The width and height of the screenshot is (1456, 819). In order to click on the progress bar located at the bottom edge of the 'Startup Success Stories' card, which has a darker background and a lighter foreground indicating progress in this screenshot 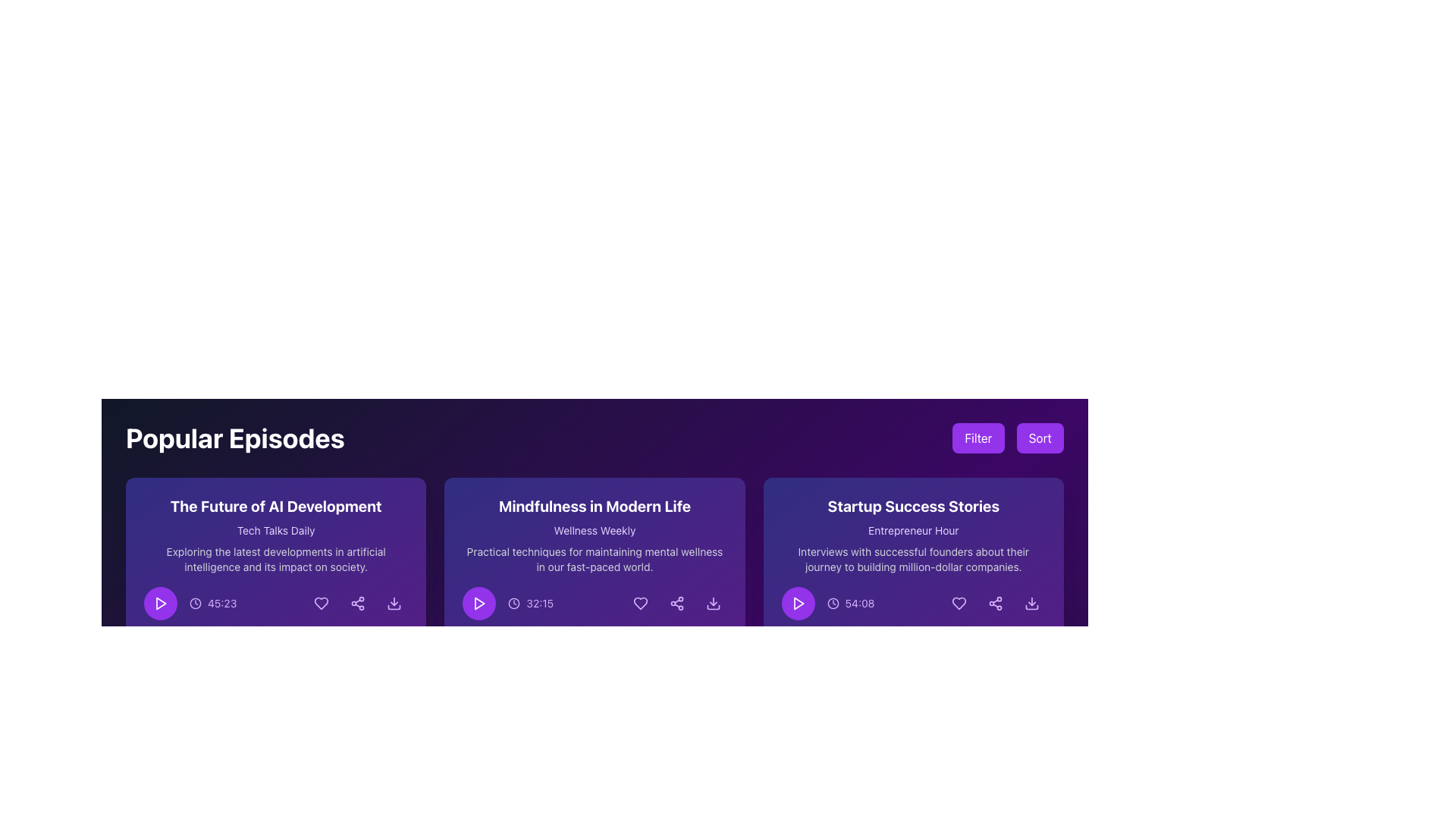, I will do `click(912, 635)`.